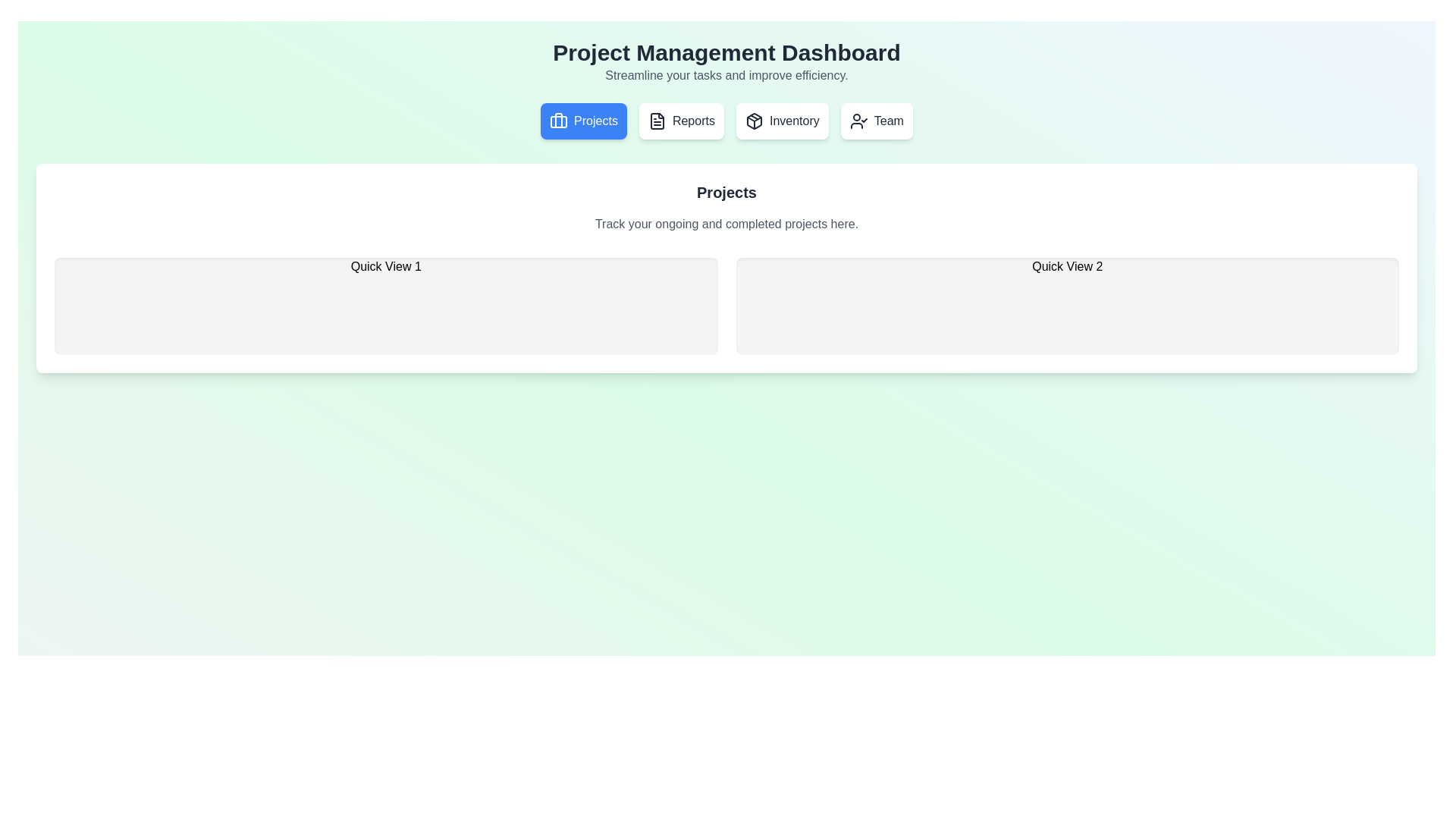  What do you see at coordinates (657, 120) in the screenshot?
I see `the body of the document icon representing the 'Reports' section in the dashboard header, which is characterized by a rectangular structure with a cut-off top corner` at bounding box center [657, 120].